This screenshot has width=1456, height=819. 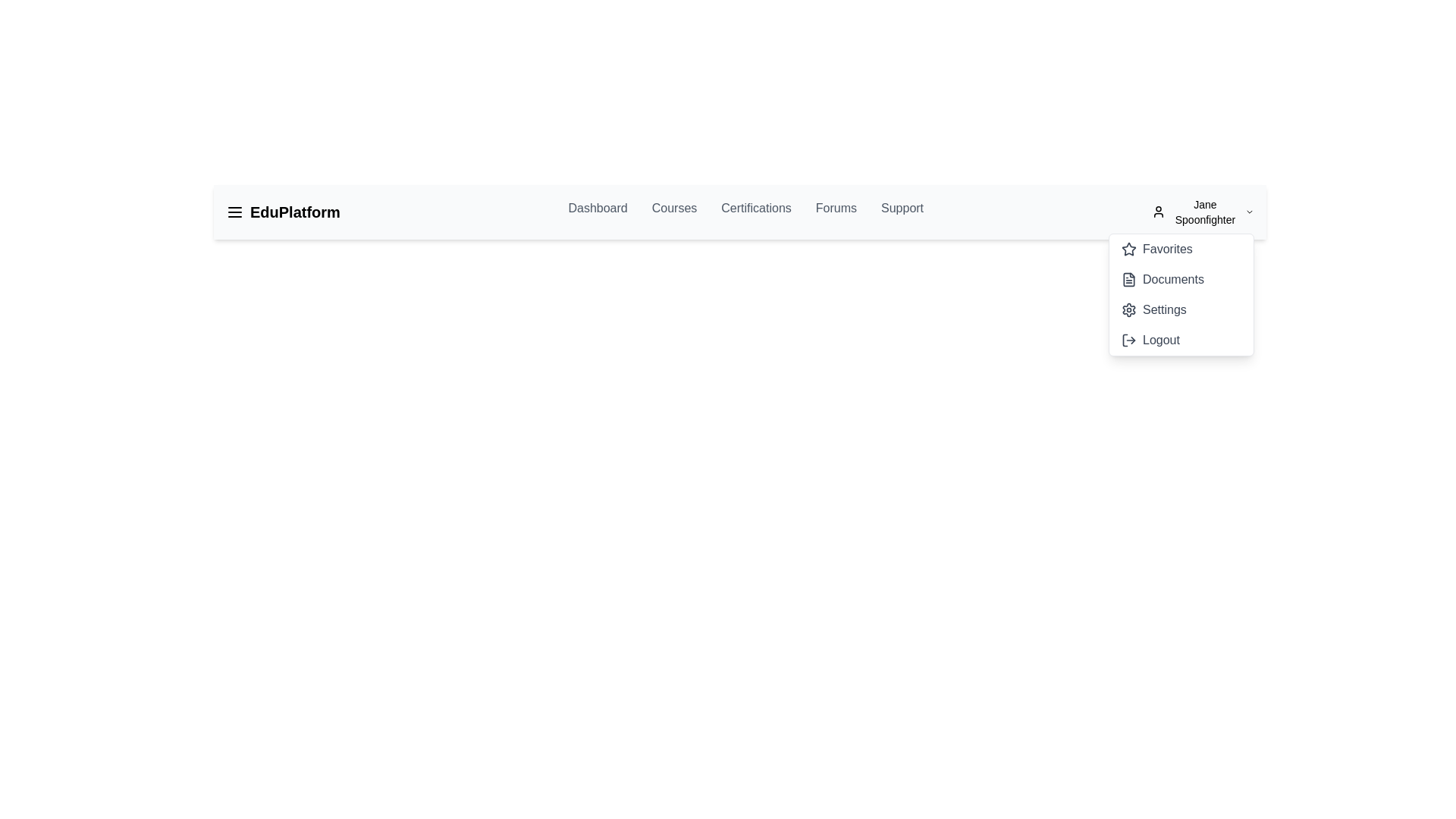 What do you see at coordinates (1128, 248) in the screenshot?
I see `the star-shaped icon with a hollow center located near the 'Favorites' text in the dropdown menu to initiate navigation associated with 'Favorites'` at bounding box center [1128, 248].